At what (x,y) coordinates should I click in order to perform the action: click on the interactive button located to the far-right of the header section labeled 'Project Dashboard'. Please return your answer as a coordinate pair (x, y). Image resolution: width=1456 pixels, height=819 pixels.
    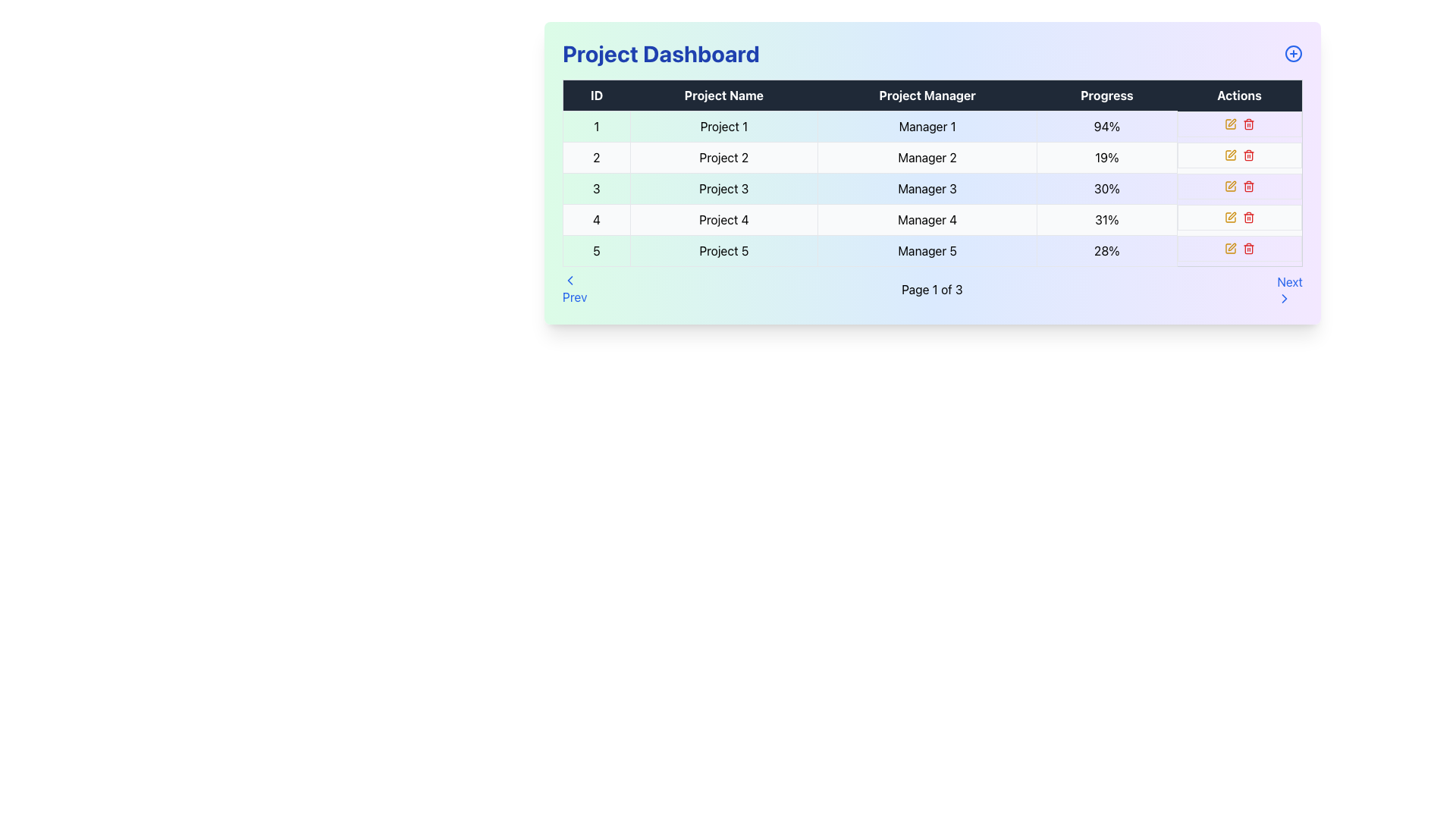
    Looking at the image, I should click on (1292, 52).